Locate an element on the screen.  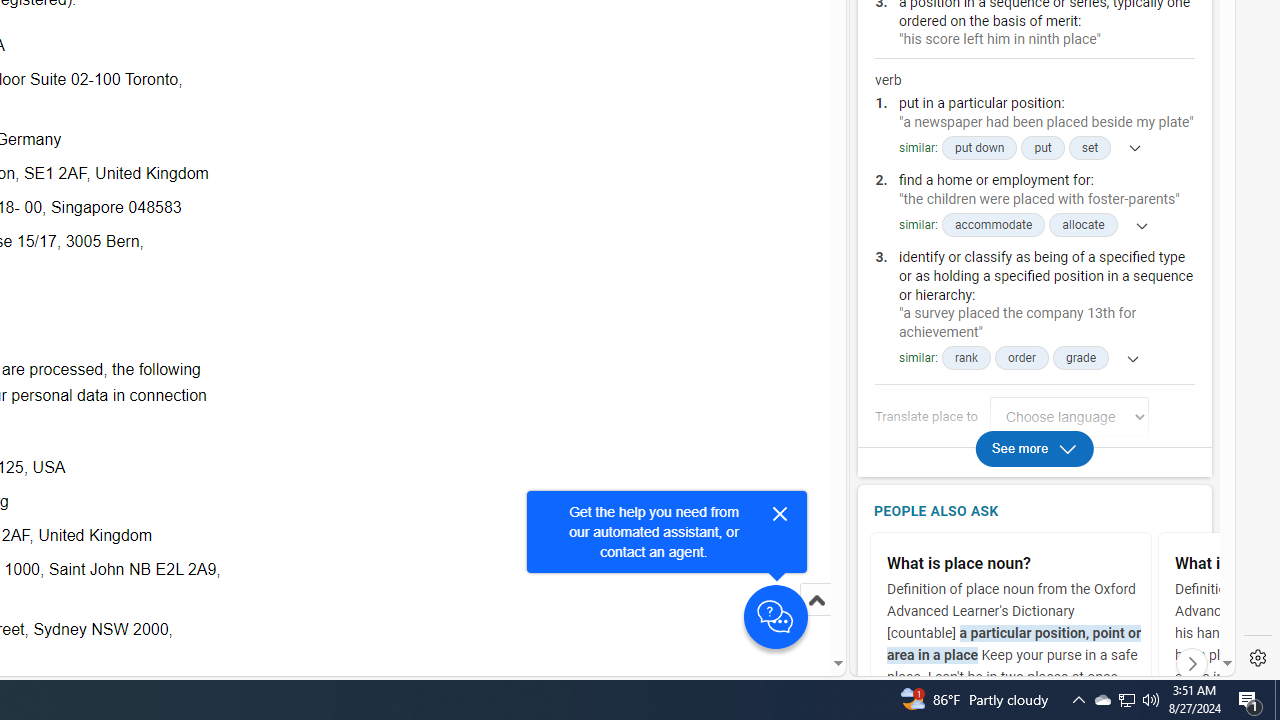
'Translate place to Choose language' is located at coordinates (1068, 416).